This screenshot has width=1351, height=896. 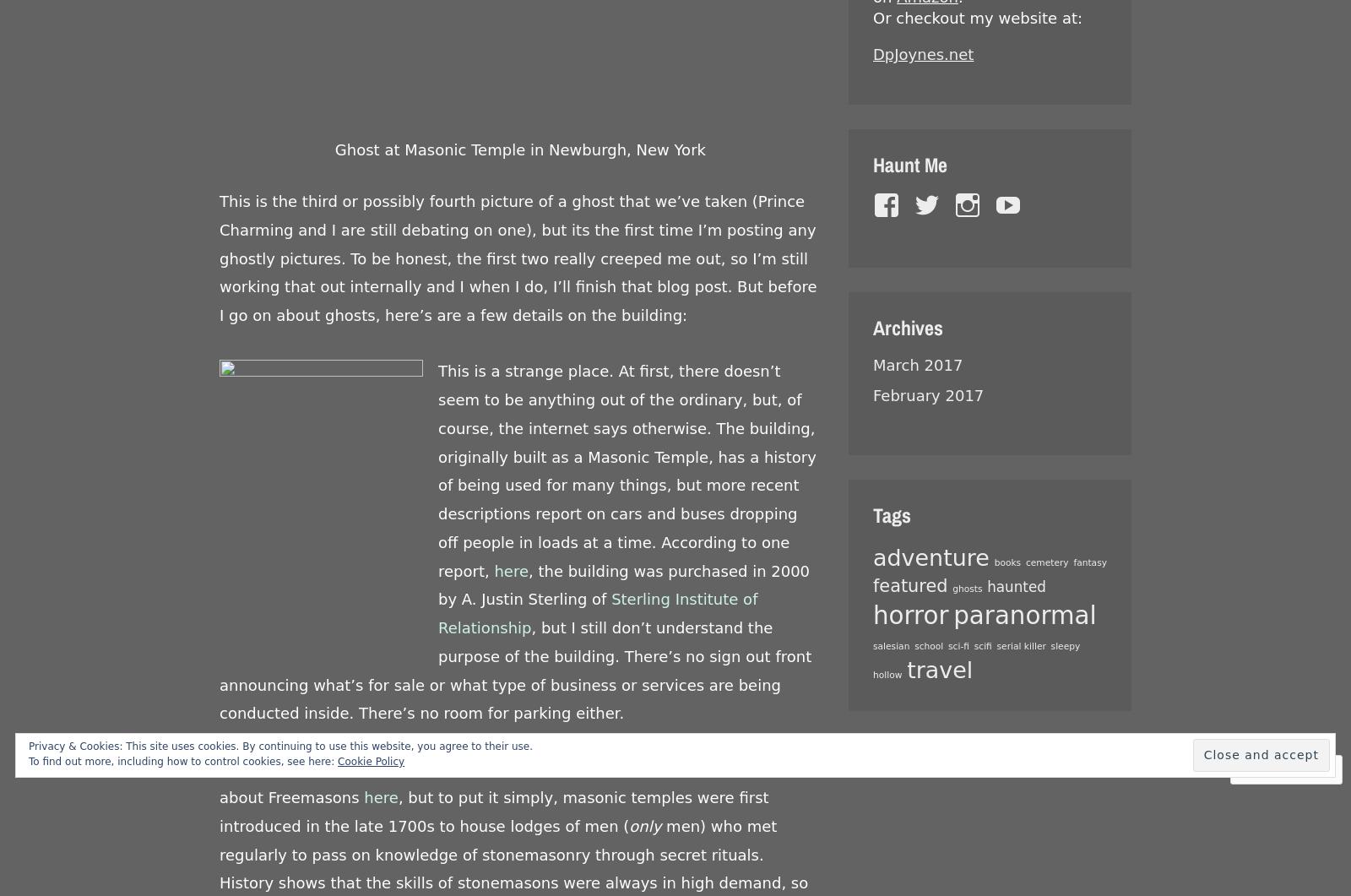 What do you see at coordinates (872, 327) in the screenshot?
I see `'Archives'` at bounding box center [872, 327].